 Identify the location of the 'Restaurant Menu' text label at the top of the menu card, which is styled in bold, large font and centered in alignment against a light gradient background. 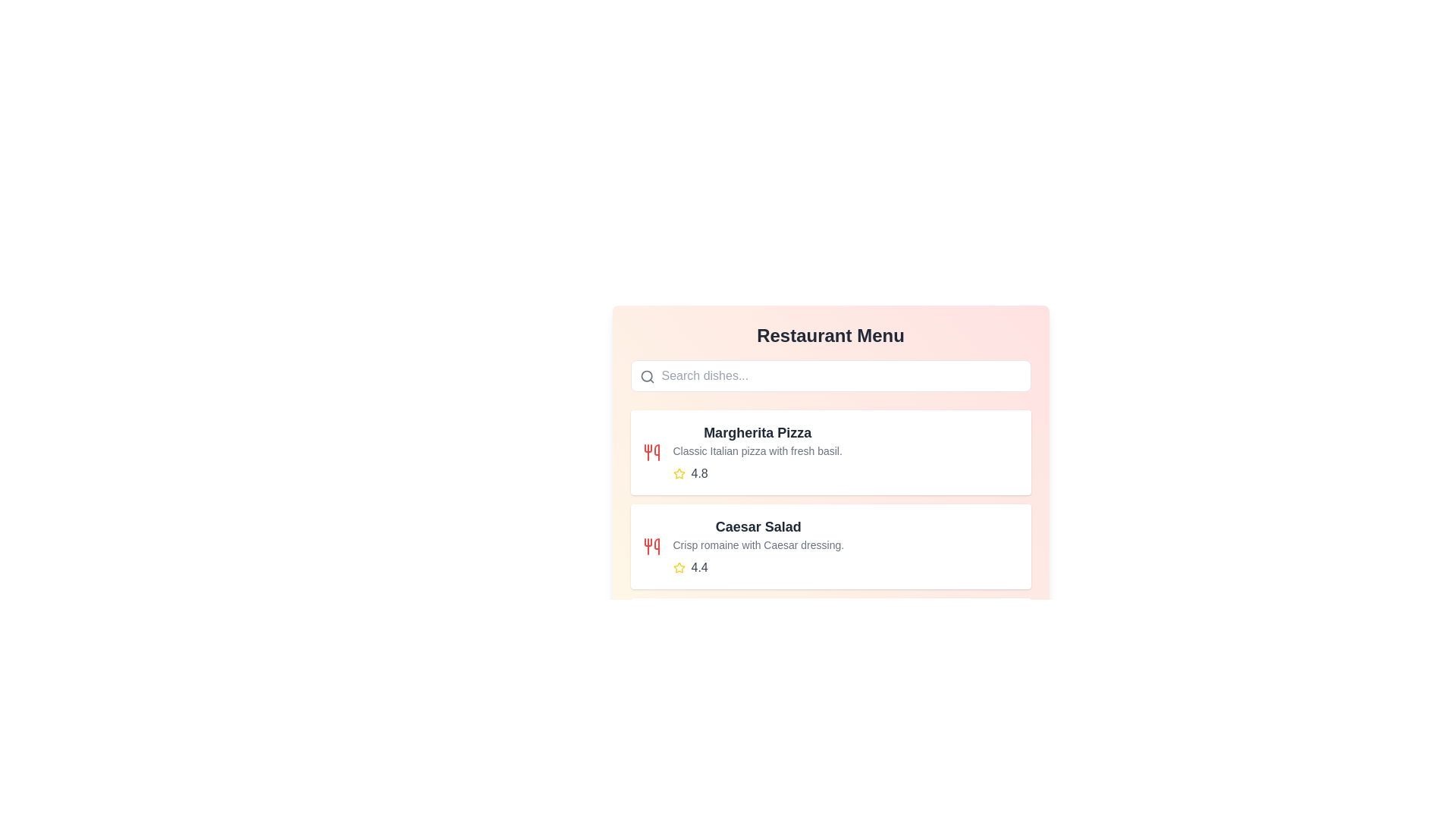
(830, 335).